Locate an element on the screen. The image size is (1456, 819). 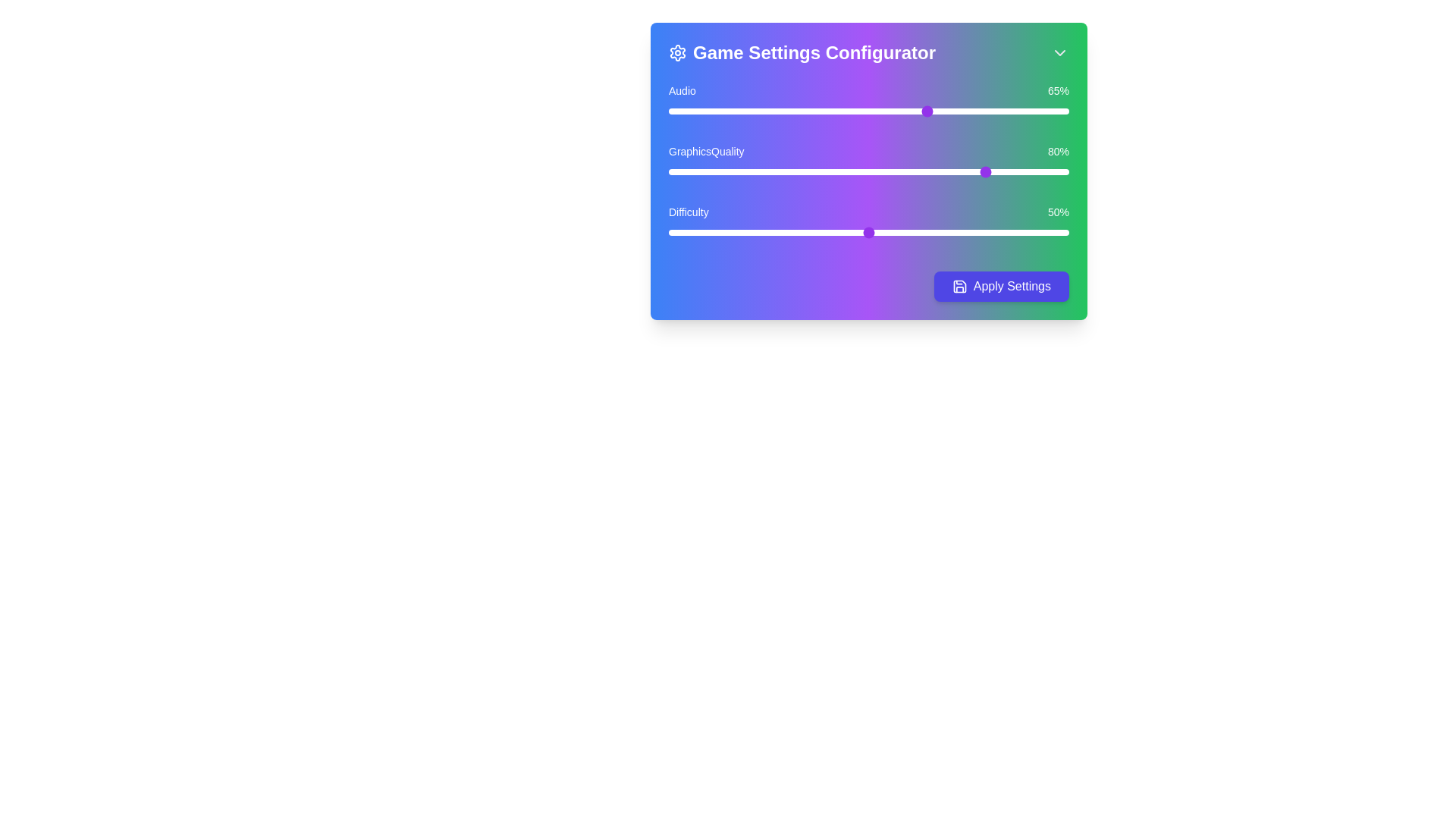
the audio volume is located at coordinates (736, 110).